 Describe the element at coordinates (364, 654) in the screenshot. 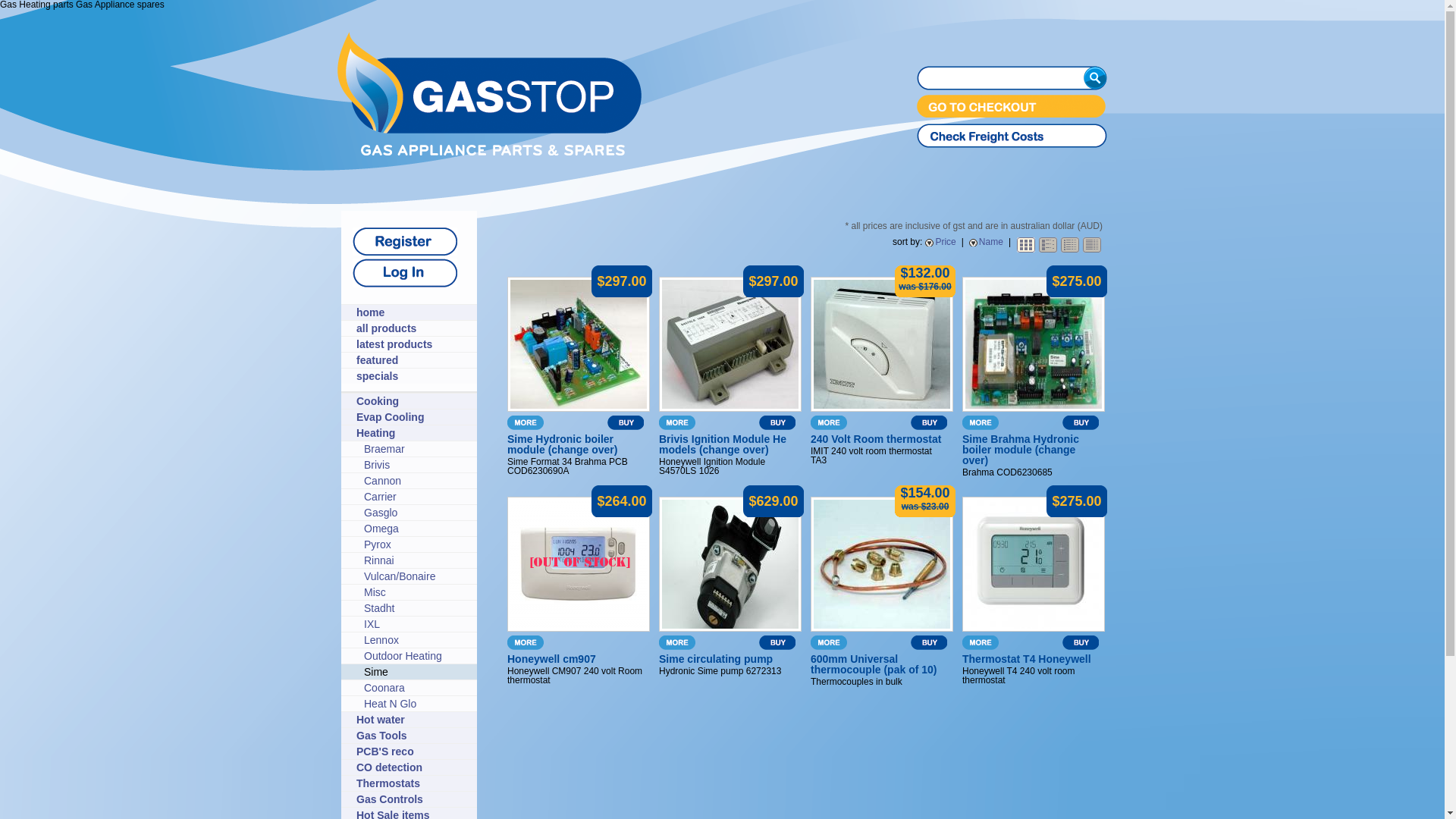

I see `'Outdoor Heating'` at that location.